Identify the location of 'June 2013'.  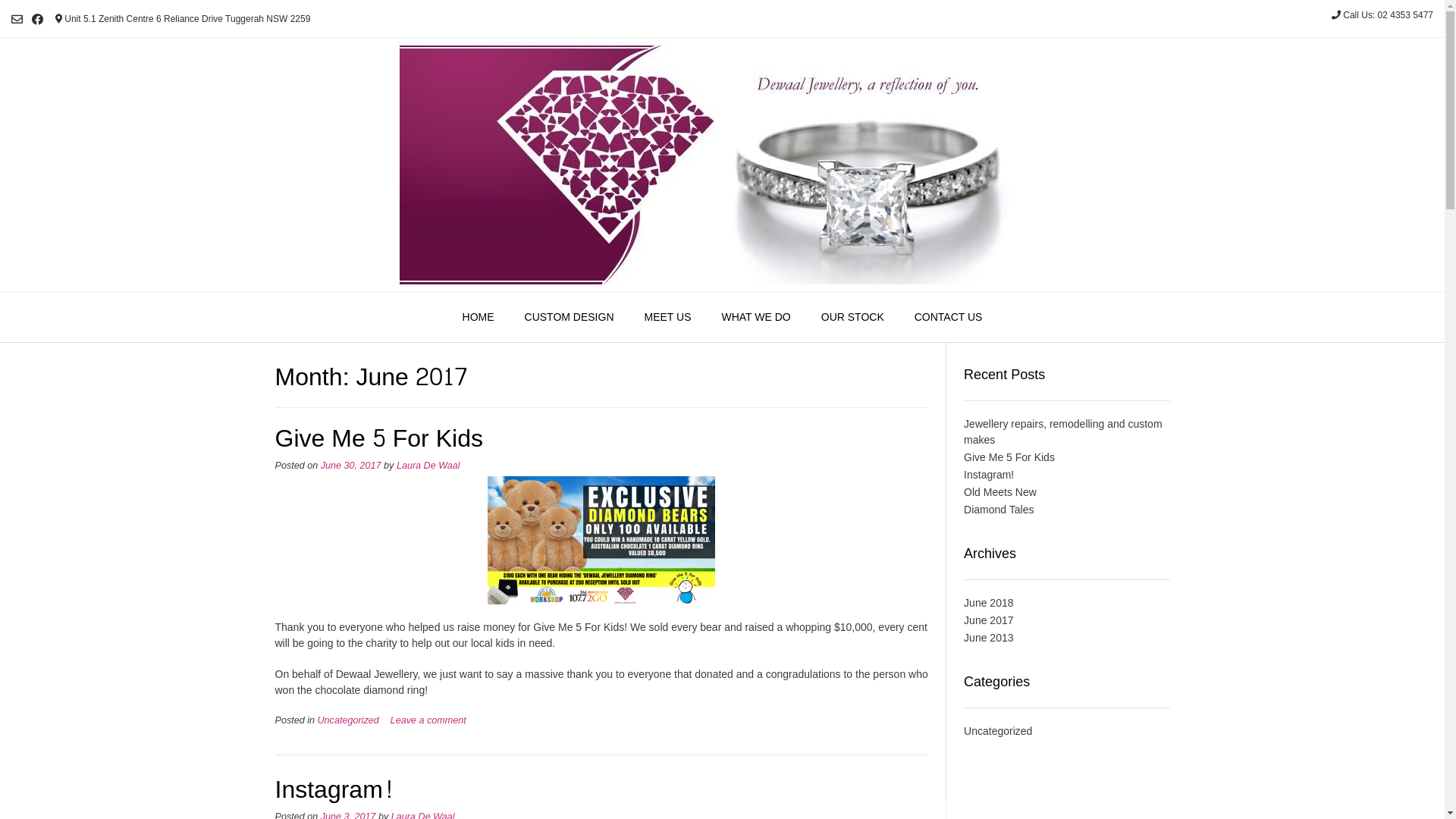
(988, 637).